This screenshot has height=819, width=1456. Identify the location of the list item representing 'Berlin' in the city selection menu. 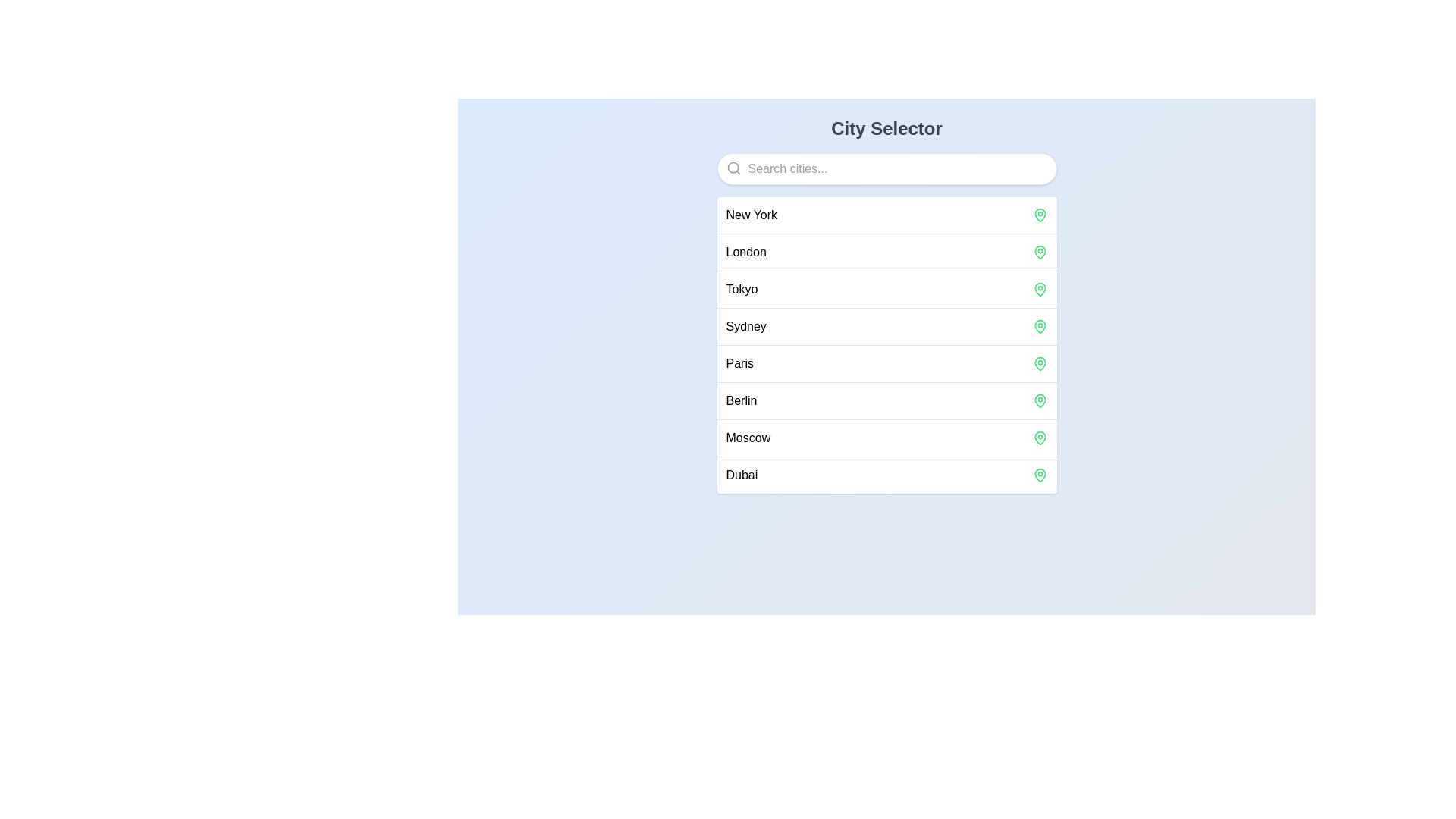
(886, 400).